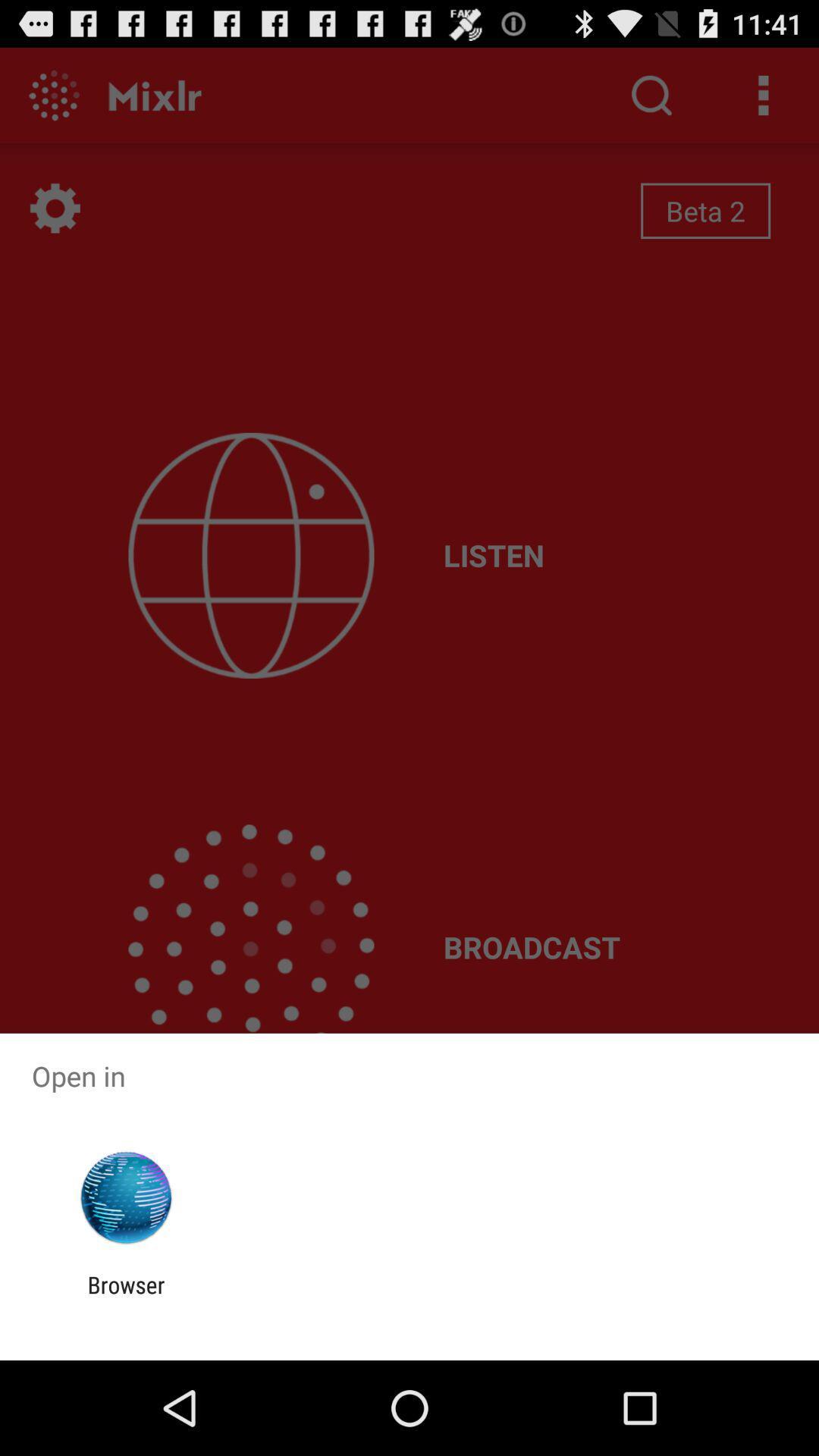  Describe the element at coordinates (125, 1298) in the screenshot. I see `browser` at that location.